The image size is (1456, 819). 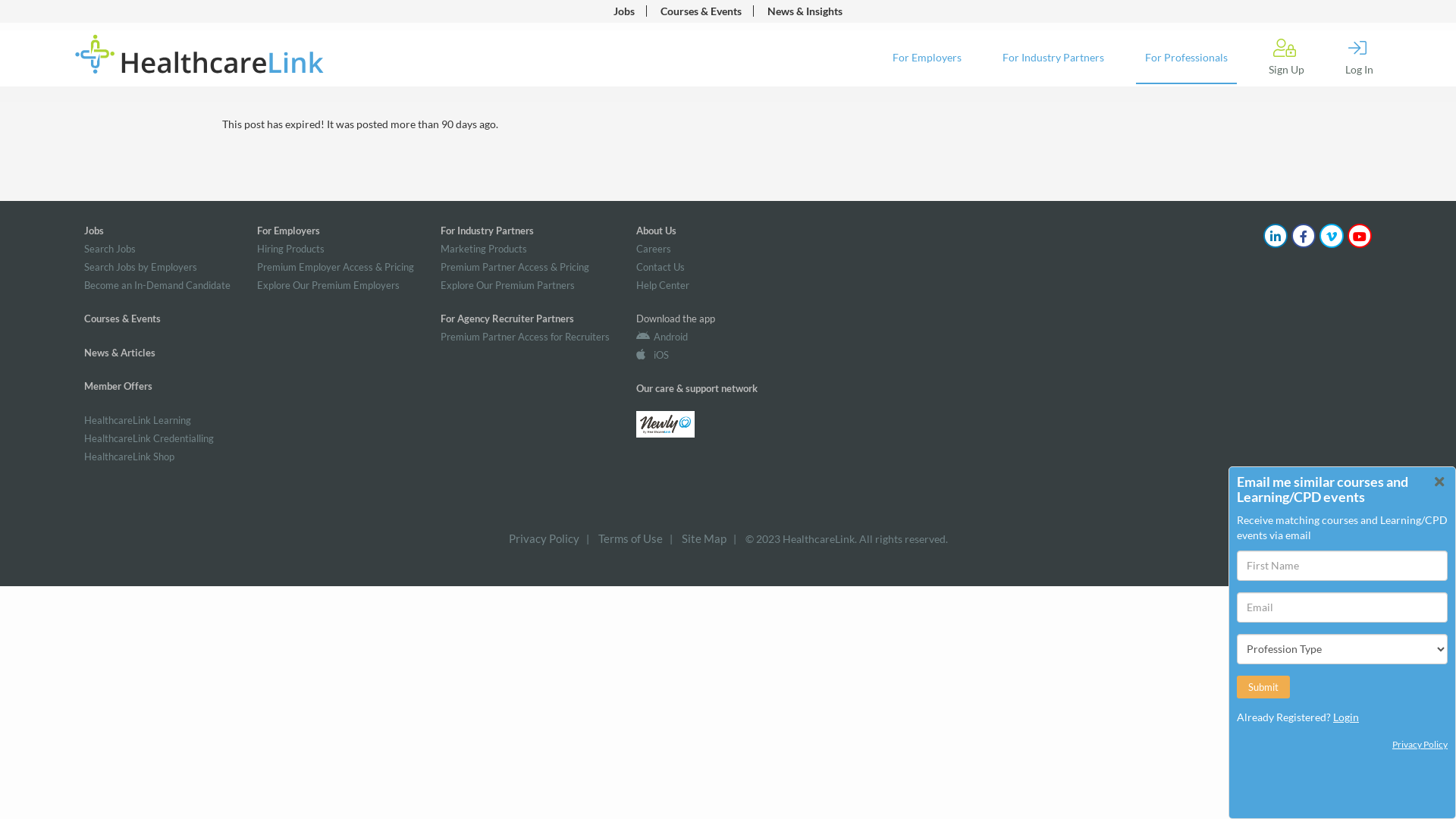 What do you see at coordinates (926, 58) in the screenshot?
I see `'For Employers'` at bounding box center [926, 58].